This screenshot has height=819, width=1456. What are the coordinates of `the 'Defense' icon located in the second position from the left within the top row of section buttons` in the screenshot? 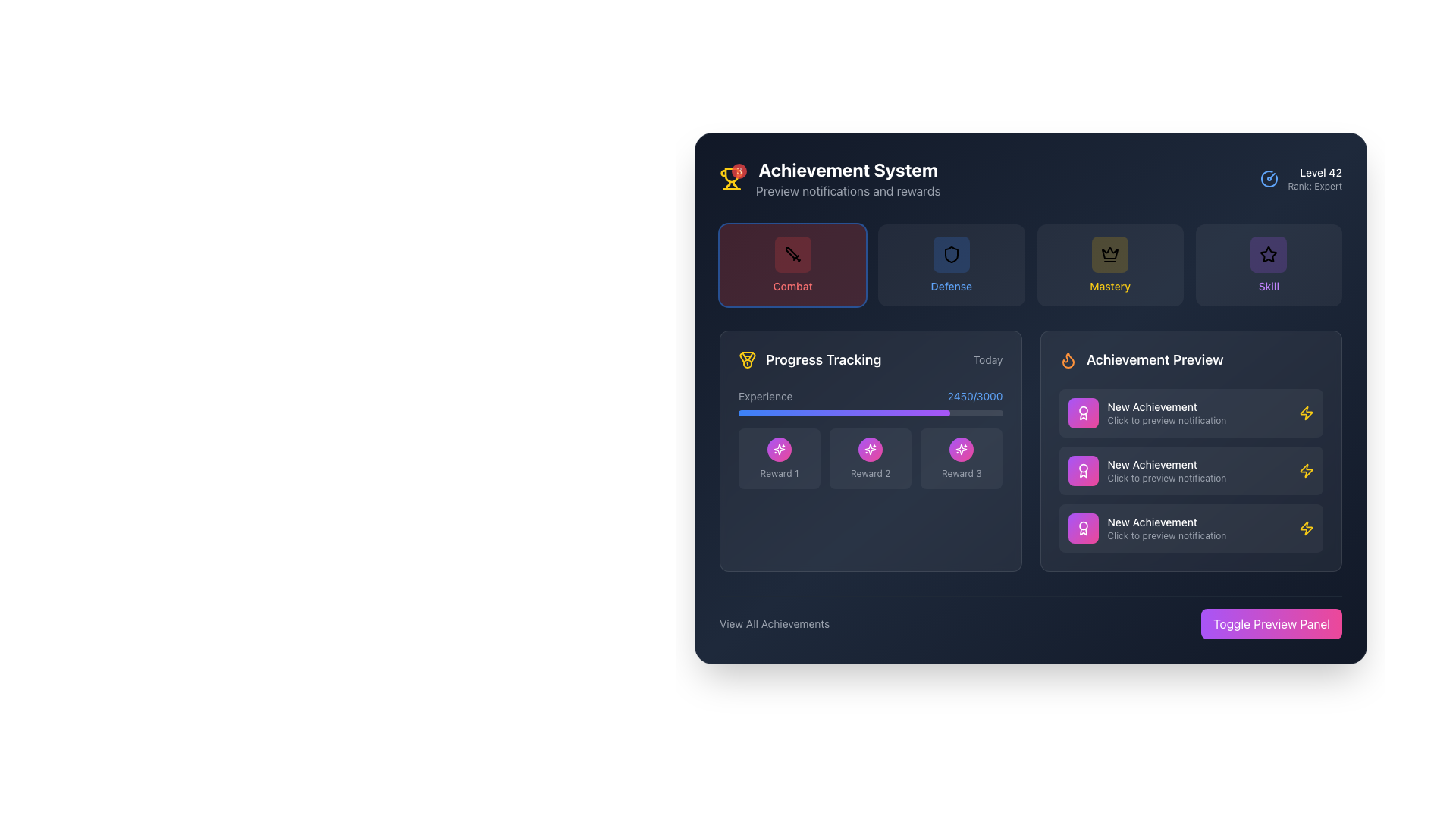 It's located at (950, 253).